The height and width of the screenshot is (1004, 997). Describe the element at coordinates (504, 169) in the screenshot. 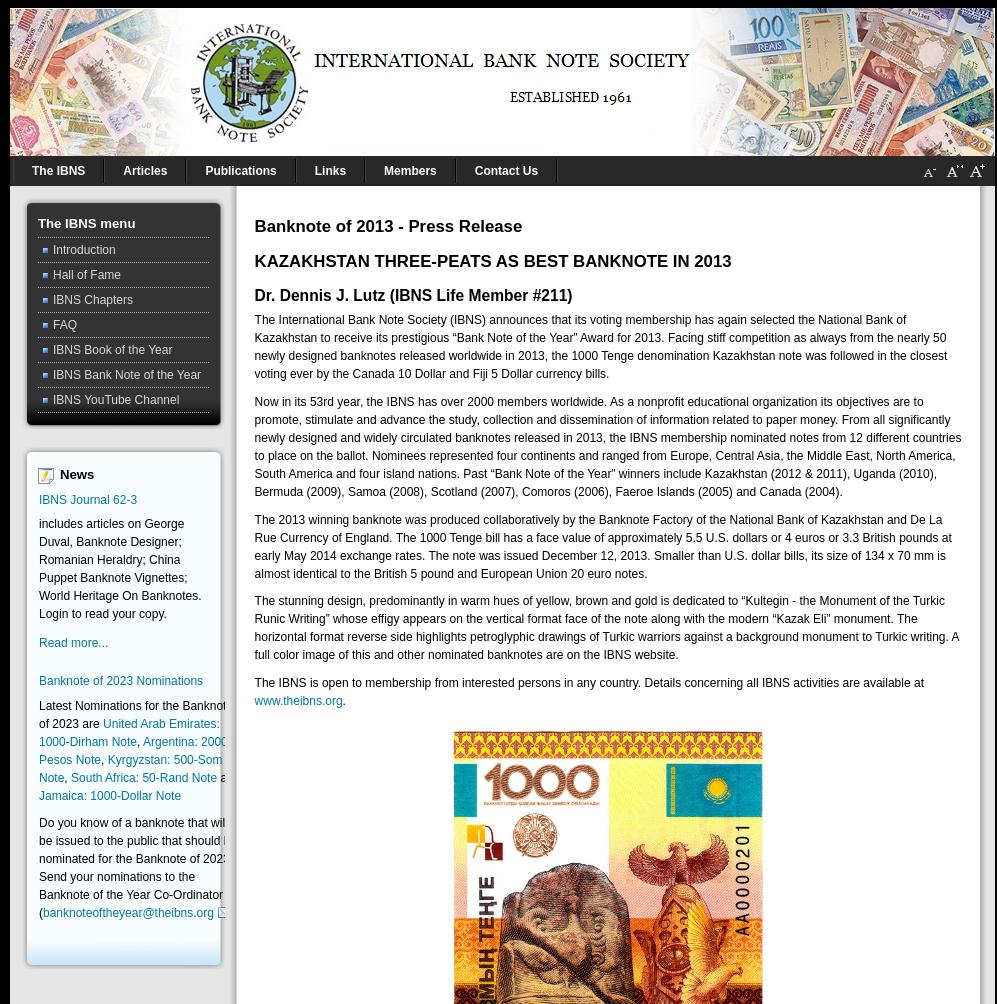

I see `'Contact Us'` at that location.